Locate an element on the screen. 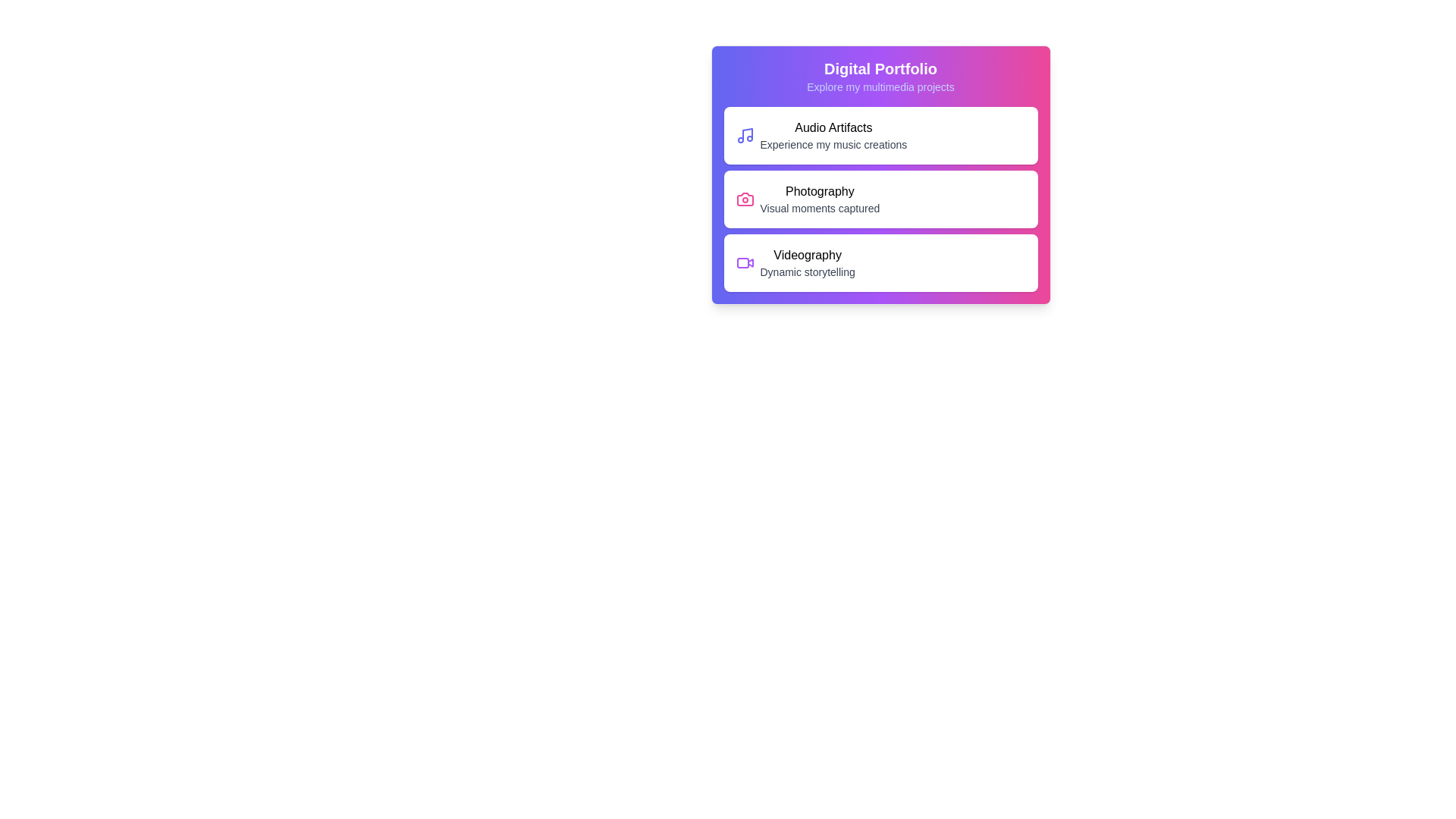 The height and width of the screenshot is (819, 1456). the text label reading 'Visual moments captured' which is located below the title 'Photography' in the second card from the top, in the middle-right section of the interface is located at coordinates (819, 208).